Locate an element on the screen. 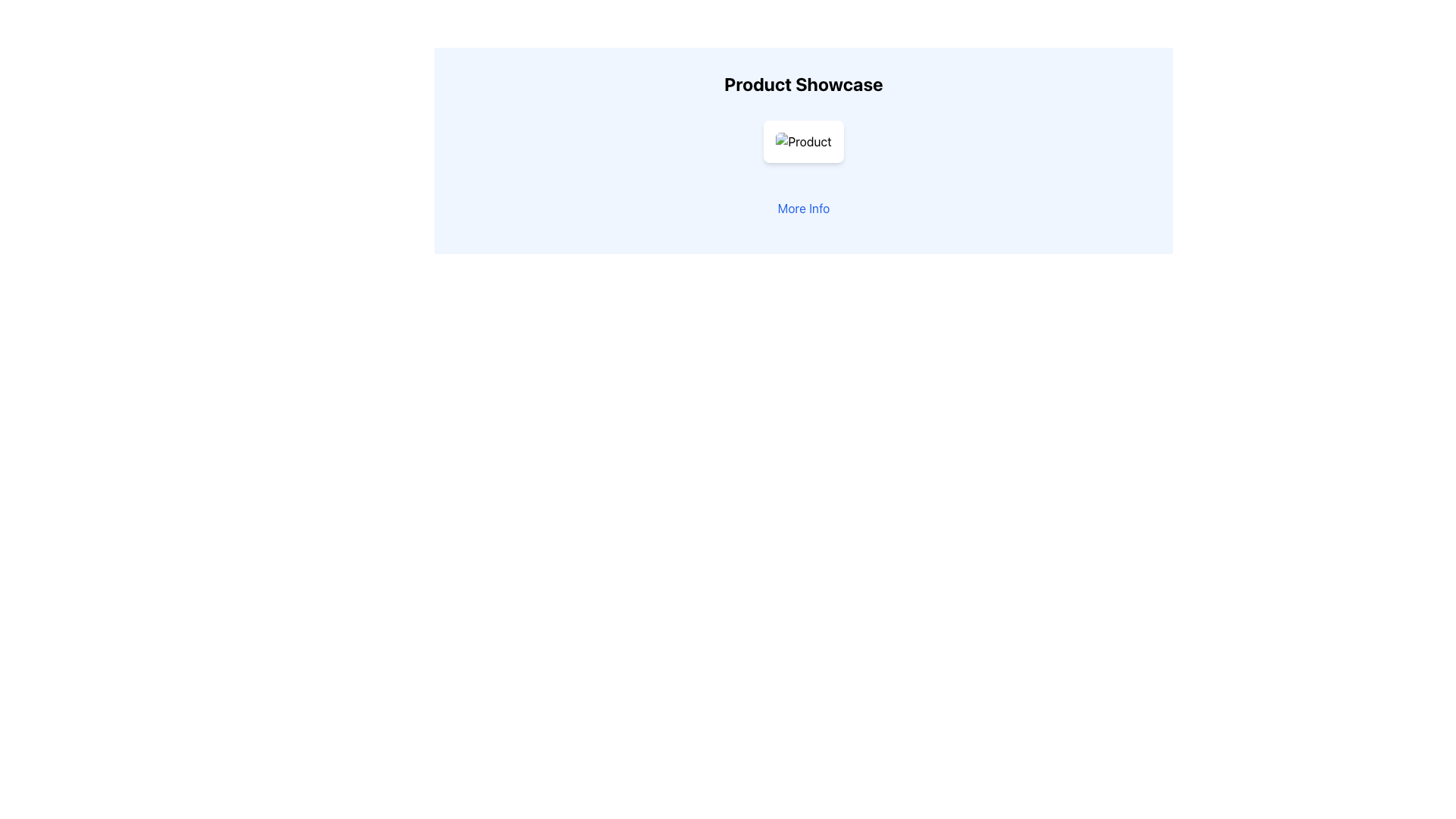 The width and height of the screenshot is (1456, 819). the product image, which is centrally located within the card component, above action buttons and overlays in the 'Product Showcase' section is located at coordinates (803, 141).